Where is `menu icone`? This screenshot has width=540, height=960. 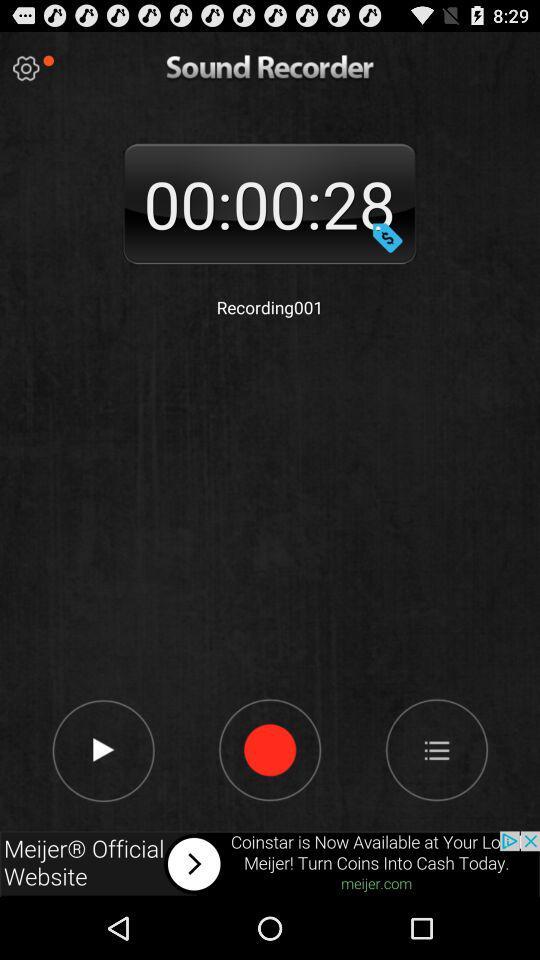
menu icone is located at coordinates (435, 748).